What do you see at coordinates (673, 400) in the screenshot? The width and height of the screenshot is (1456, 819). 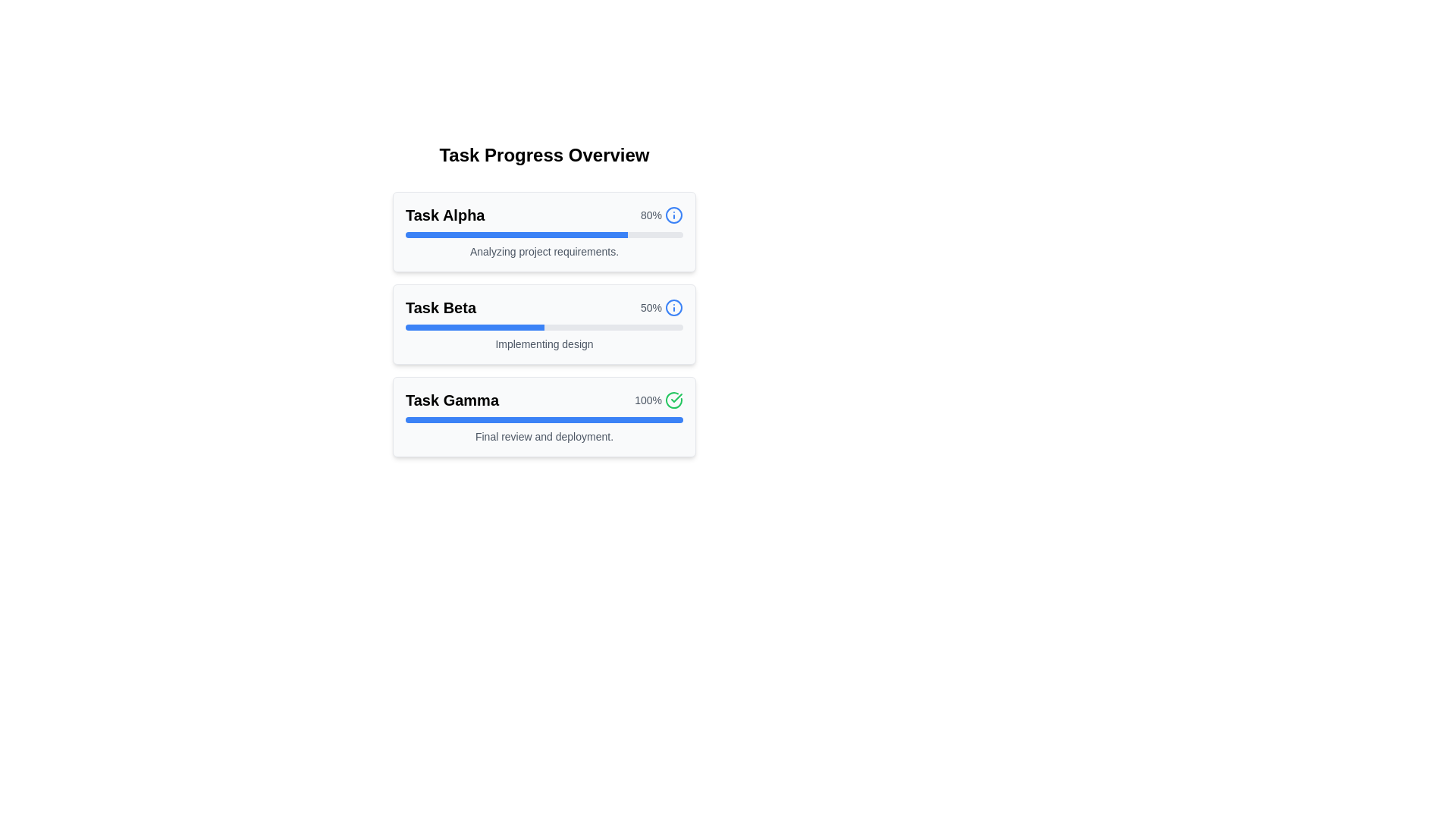 I see `the green circular icon with a checkmark that indicates the completion of the 'Task Gamma' item, located to the right of the task's progress bar` at bounding box center [673, 400].